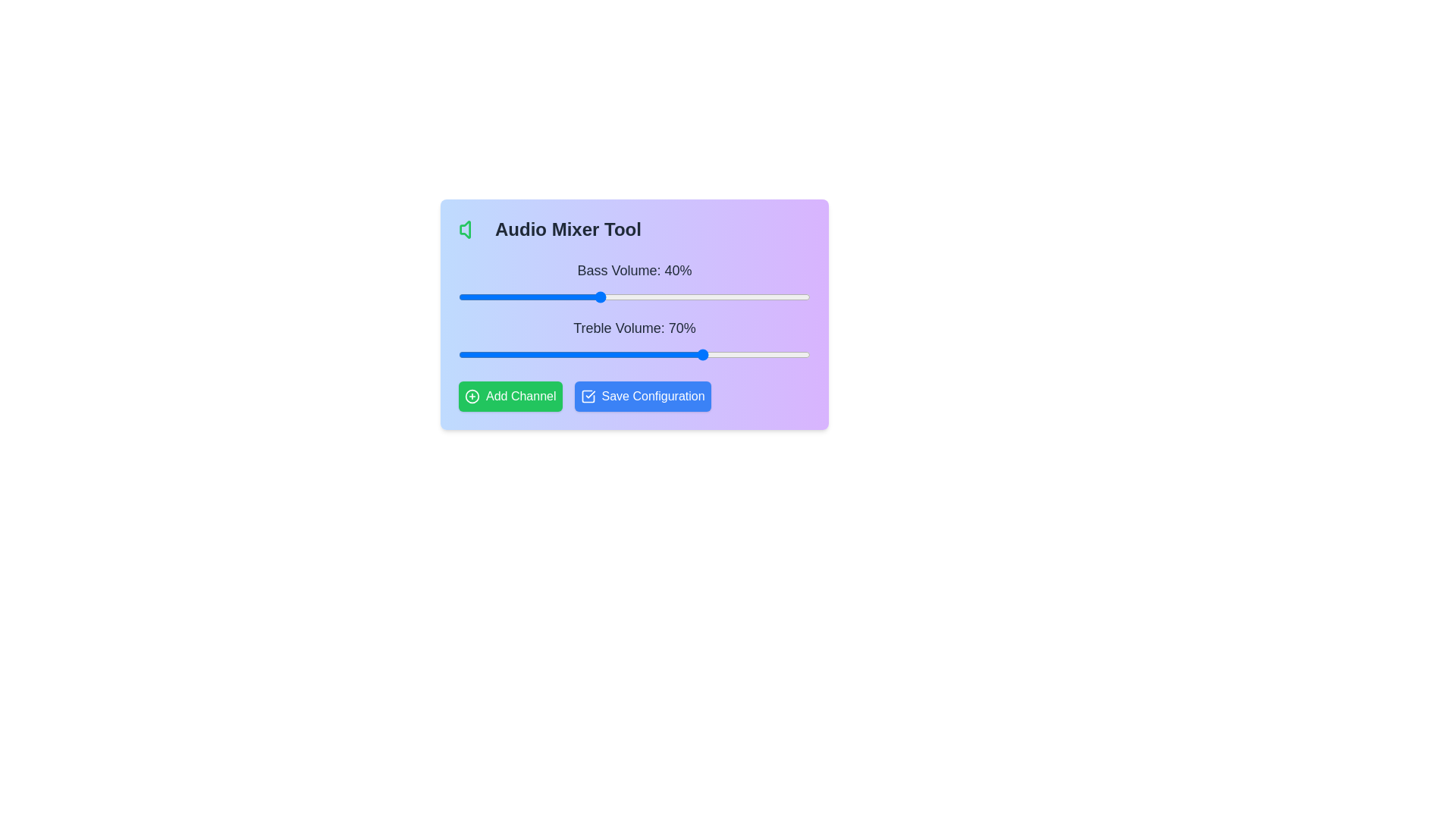  Describe the element at coordinates (591, 297) in the screenshot. I see `the slider` at that location.